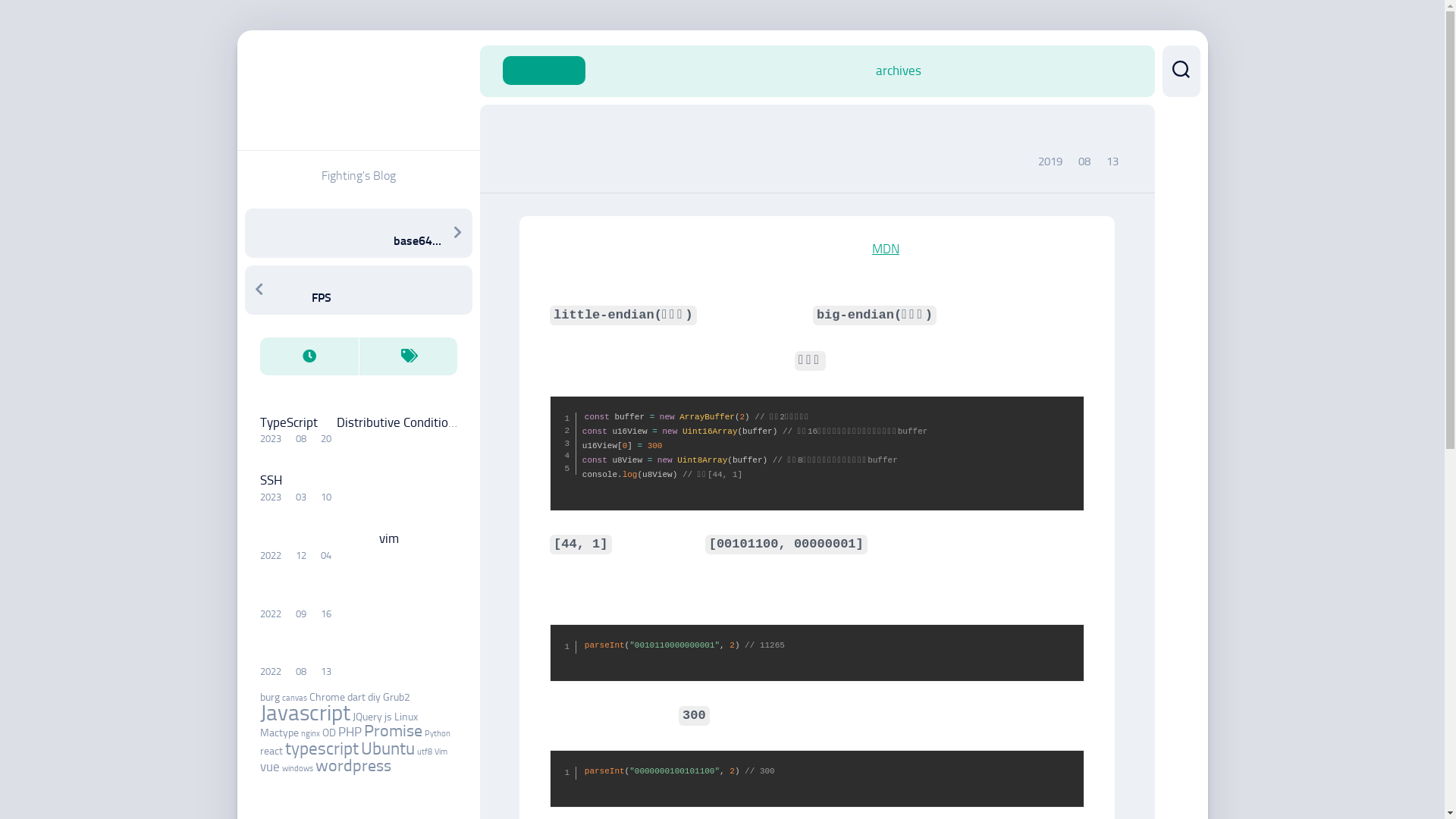 This screenshot has height=819, width=1456. Describe the element at coordinates (278, 732) in the screenshot. I see `'Mactype'` at that location.